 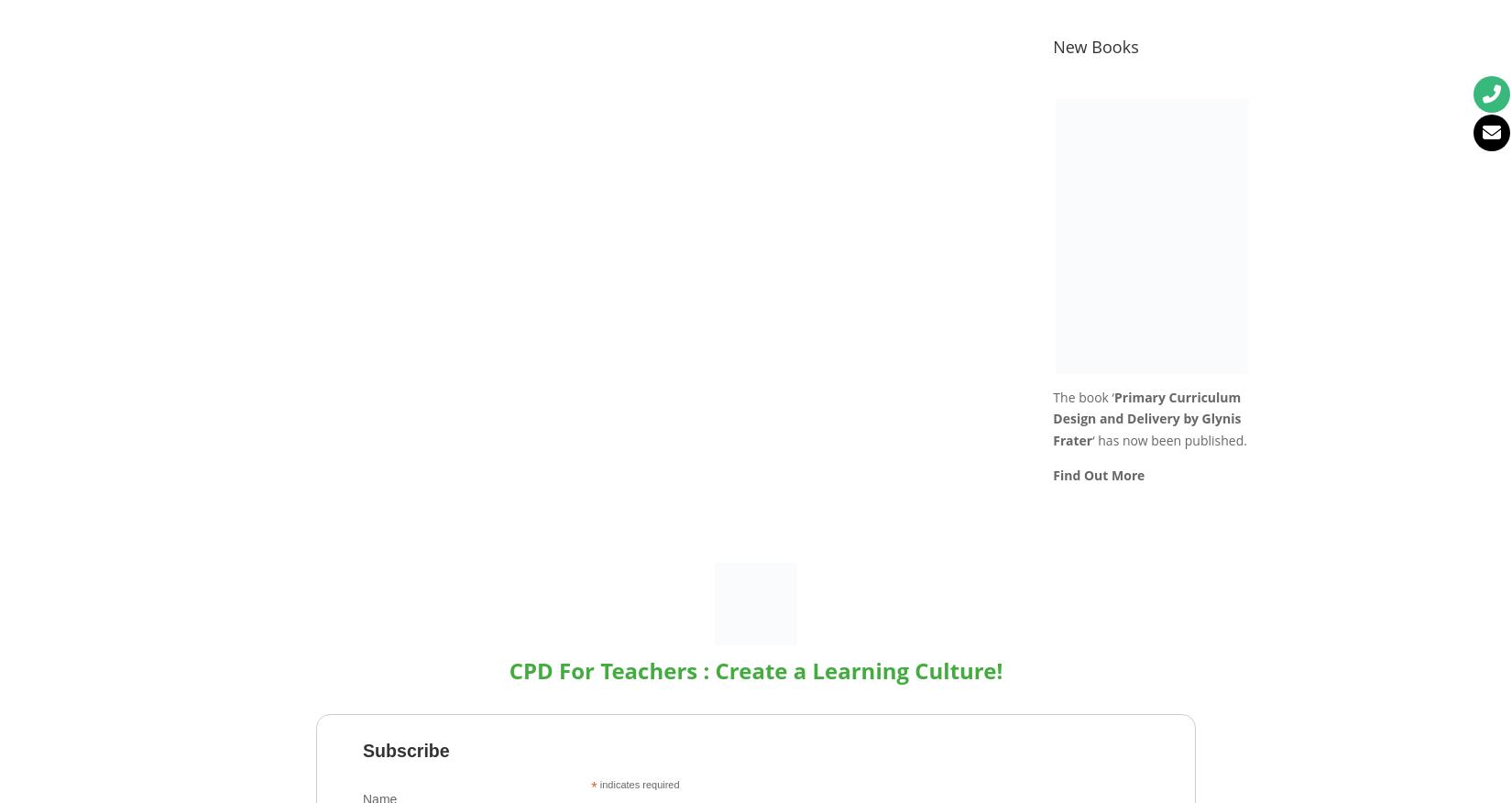 I want to click on 'Primary Curriculum Design and Delivery by Glynis Frater', so click(x=1145, y=417).